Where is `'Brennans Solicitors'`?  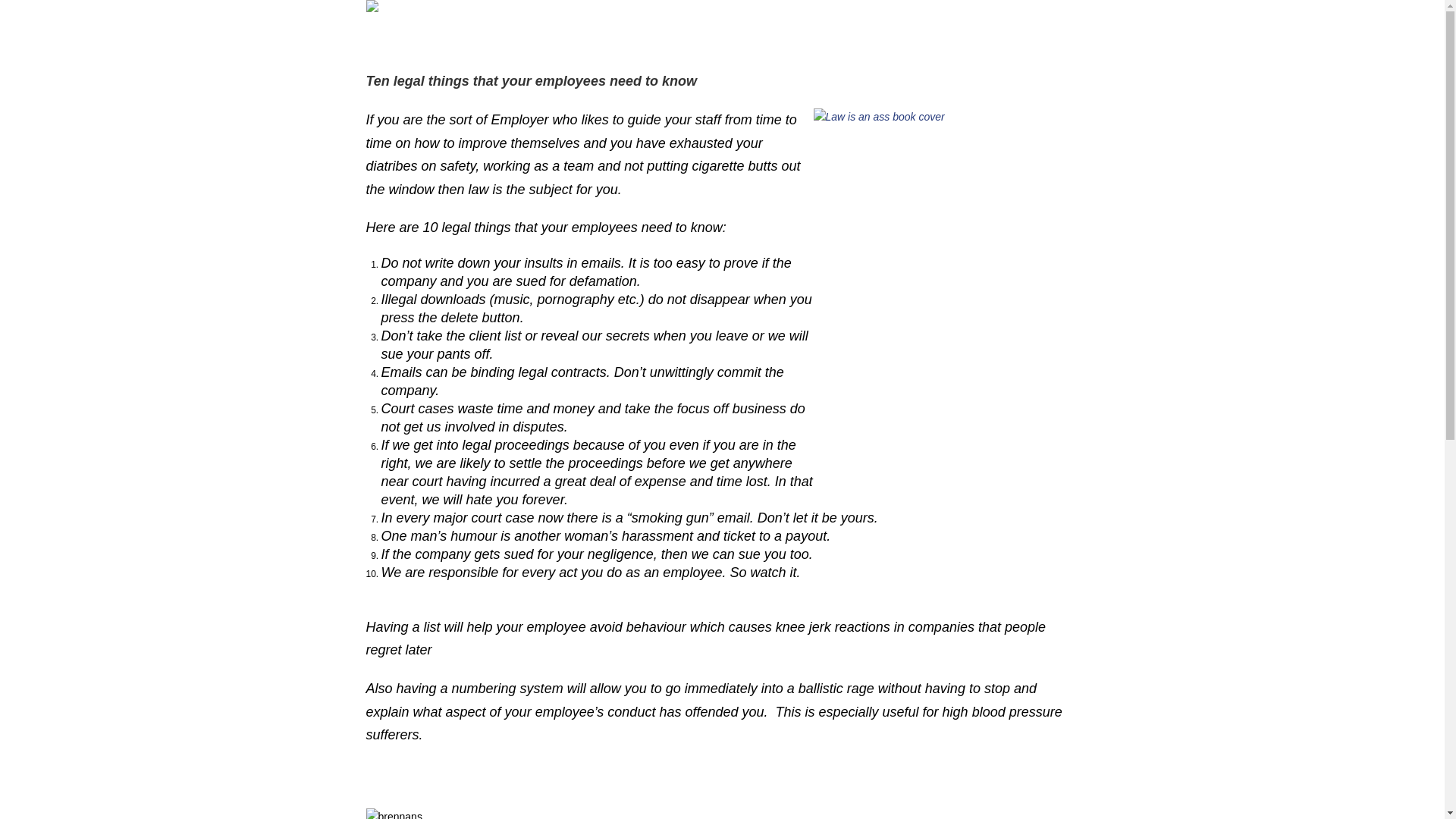
'Brennans Solicitors' is located at coordinates (848, 32).